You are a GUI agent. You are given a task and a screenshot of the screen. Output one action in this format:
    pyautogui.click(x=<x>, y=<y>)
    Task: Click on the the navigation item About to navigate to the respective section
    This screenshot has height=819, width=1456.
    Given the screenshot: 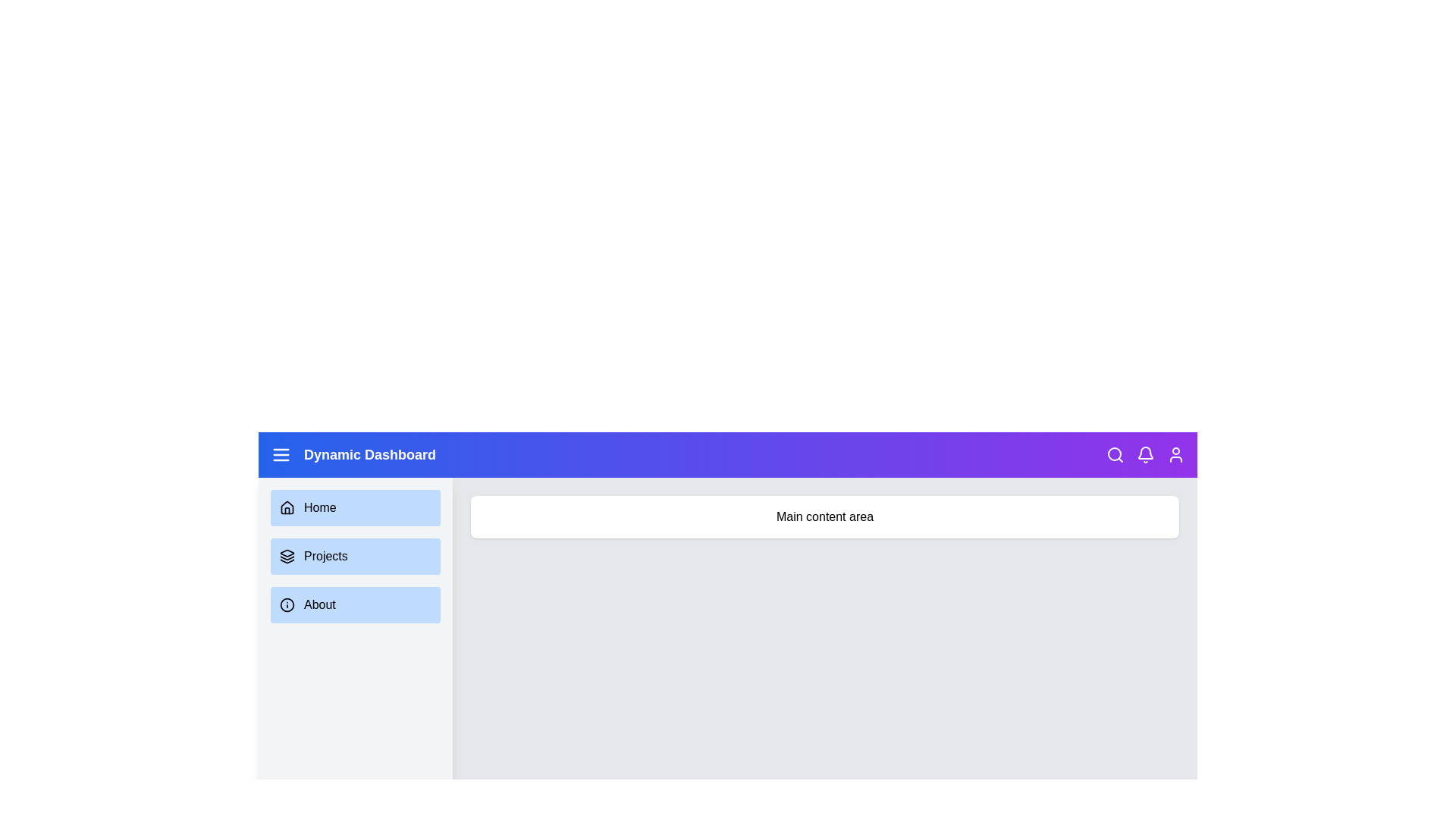 What is the action you would take?
    pyautogui.click(x=355, y=604)
    